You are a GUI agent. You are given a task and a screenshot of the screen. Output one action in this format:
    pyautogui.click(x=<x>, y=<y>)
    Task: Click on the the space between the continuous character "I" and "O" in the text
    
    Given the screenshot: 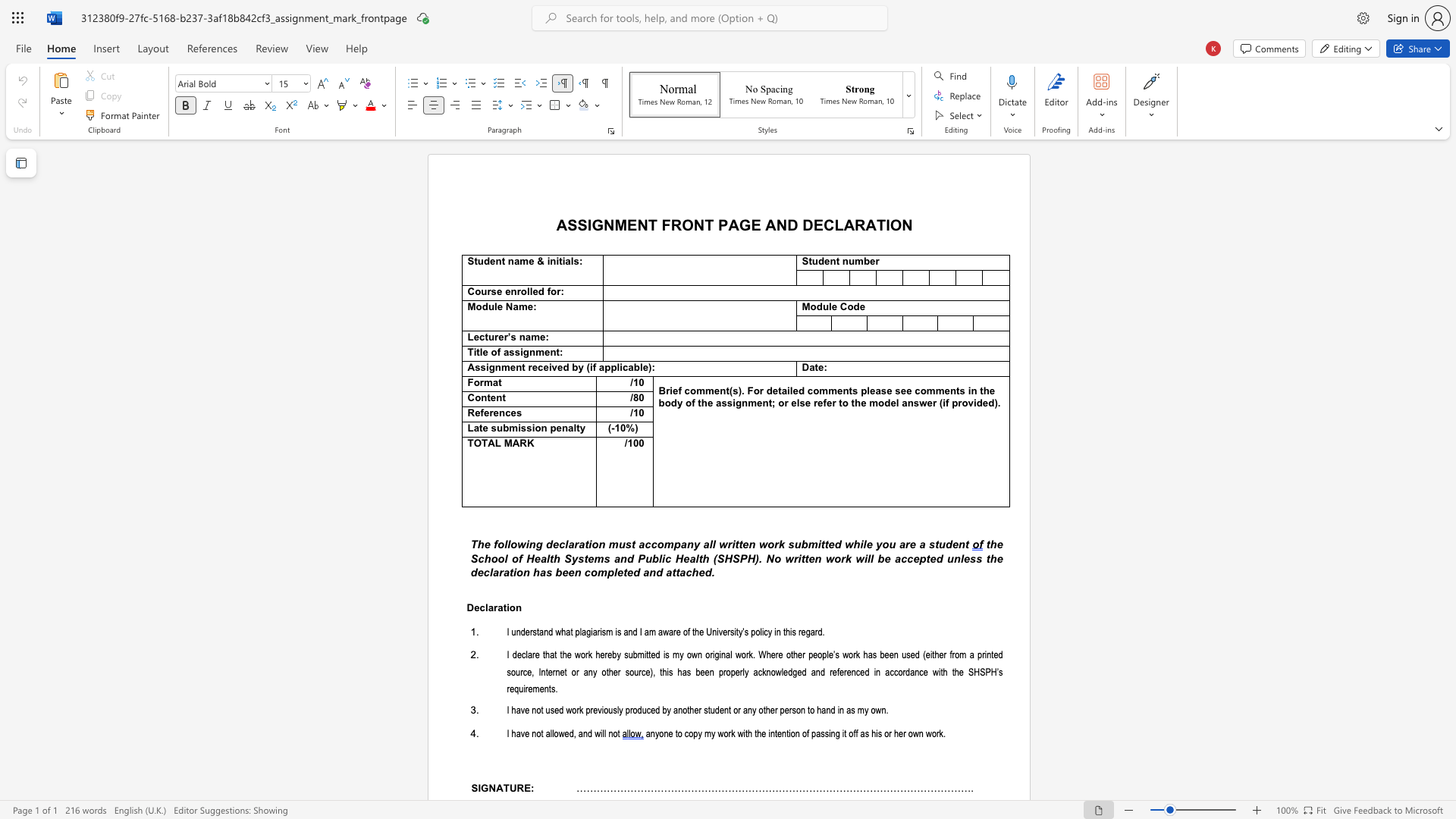 What is the action you would take?
    pyautogui.click(x=892, y=224)
    